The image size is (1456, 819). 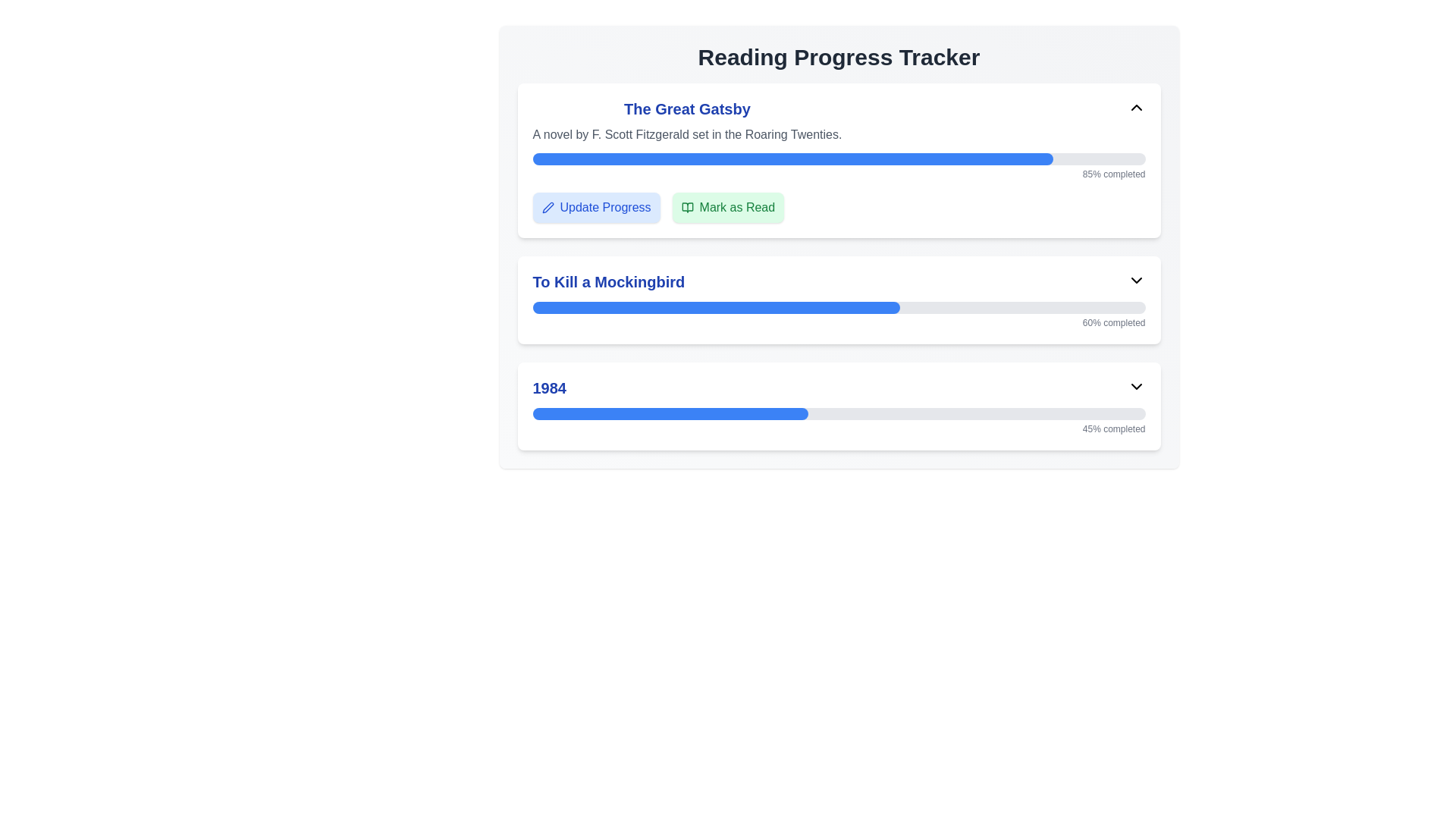 I want to click on the progress bar indicating the reading progress of 'The Great Gatsby', located in the upper portion of the interface under its section, so click(x=838, y=166).